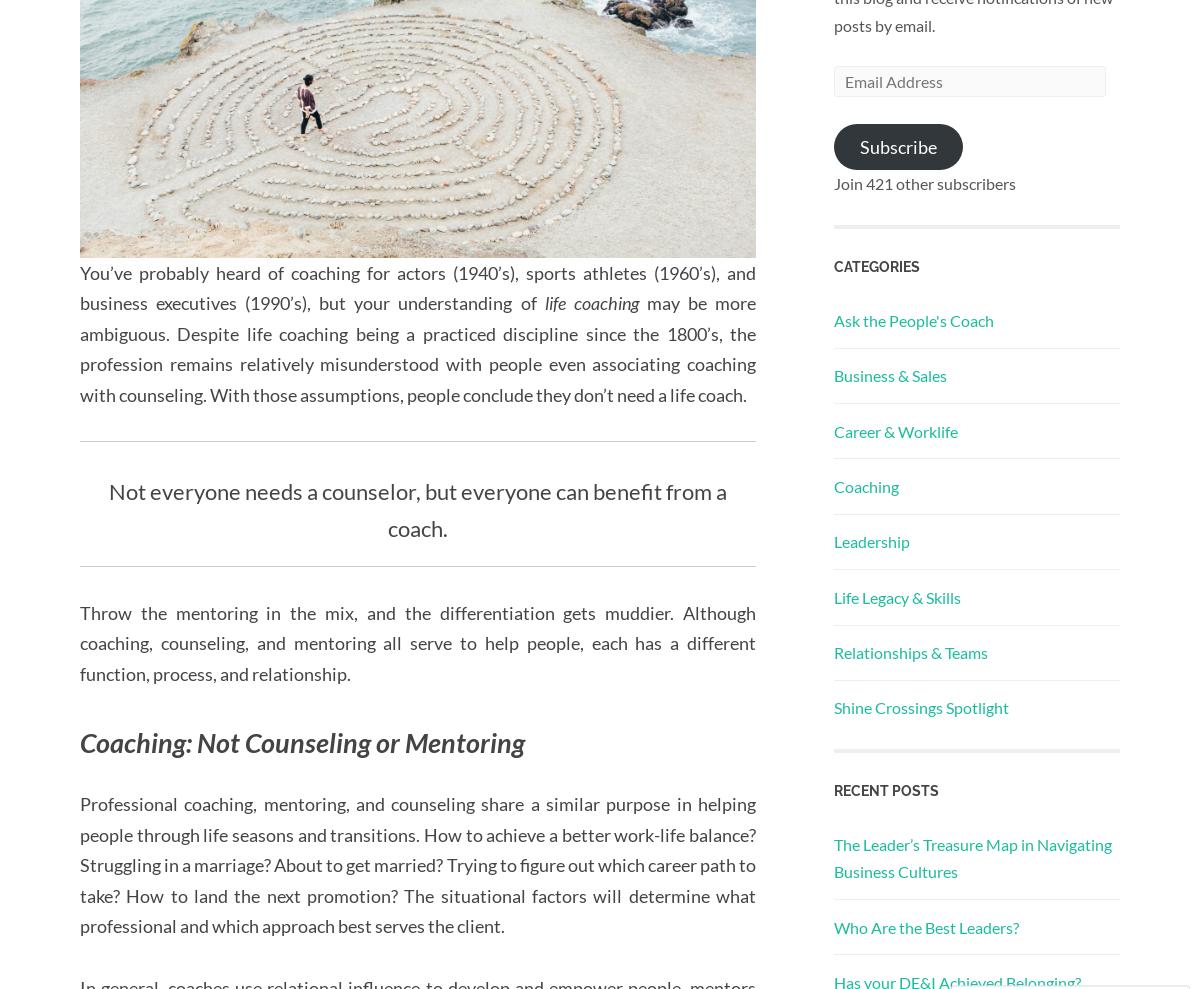  What do you see at coordinates (417, 509) in the screenshot?
I see `'Not everyone needs a counselor, but everyone can benefit from a coach.'` at bounding box center [417, 509].